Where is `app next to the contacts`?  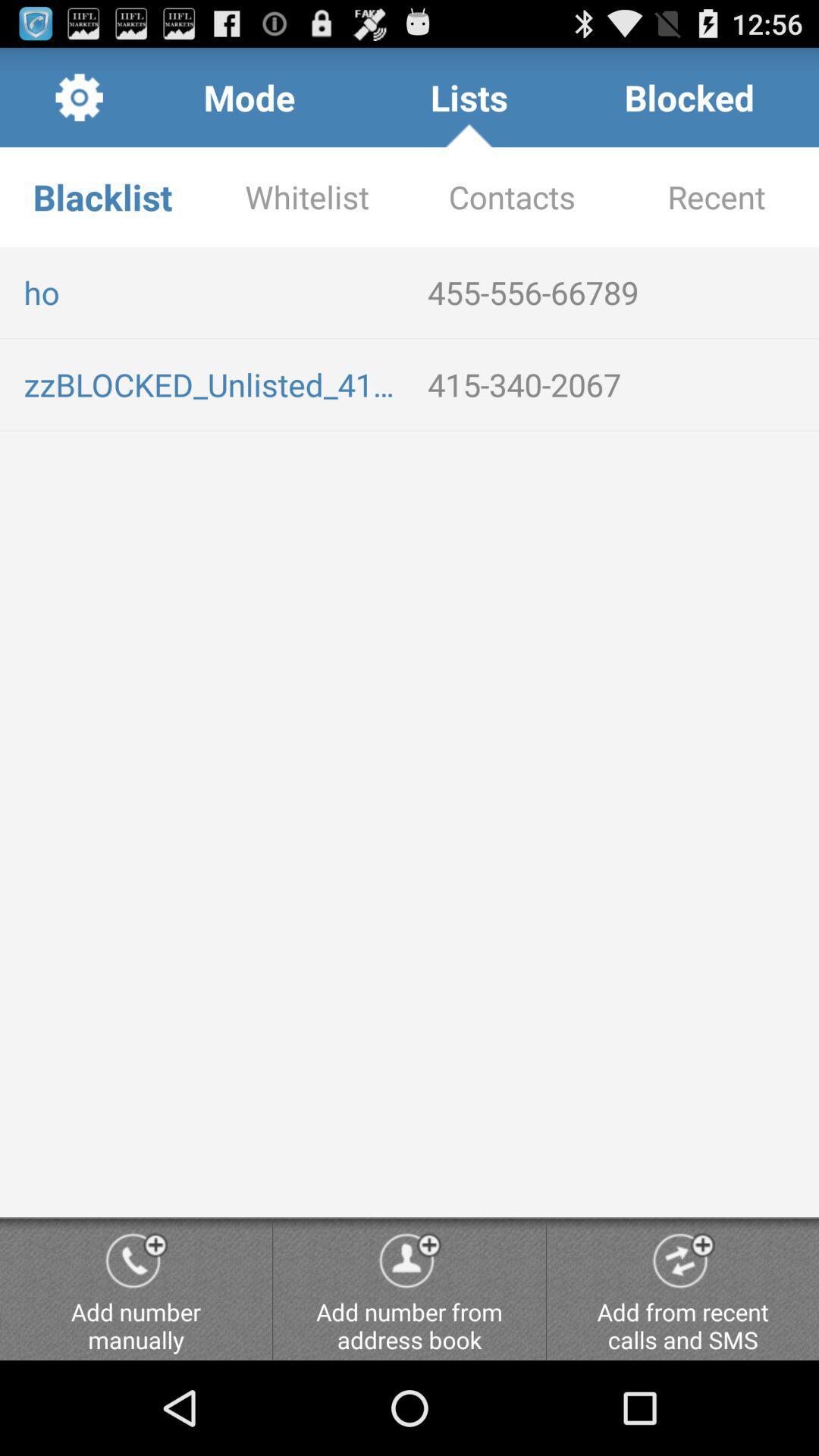
app next to the contacts is located at coordinates (307, 196).